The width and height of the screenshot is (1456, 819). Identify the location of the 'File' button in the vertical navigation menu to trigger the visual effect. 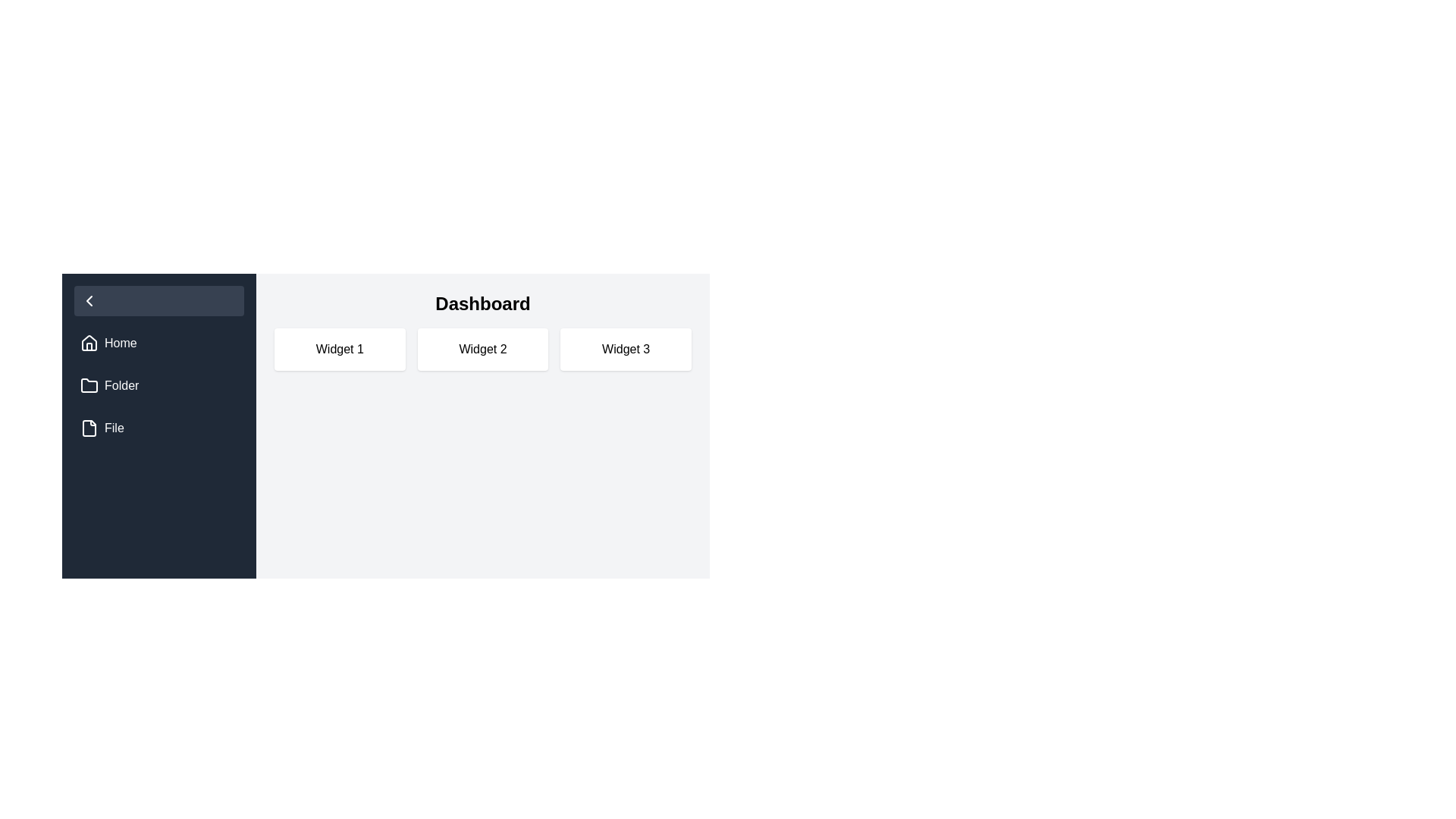
(159, 428).